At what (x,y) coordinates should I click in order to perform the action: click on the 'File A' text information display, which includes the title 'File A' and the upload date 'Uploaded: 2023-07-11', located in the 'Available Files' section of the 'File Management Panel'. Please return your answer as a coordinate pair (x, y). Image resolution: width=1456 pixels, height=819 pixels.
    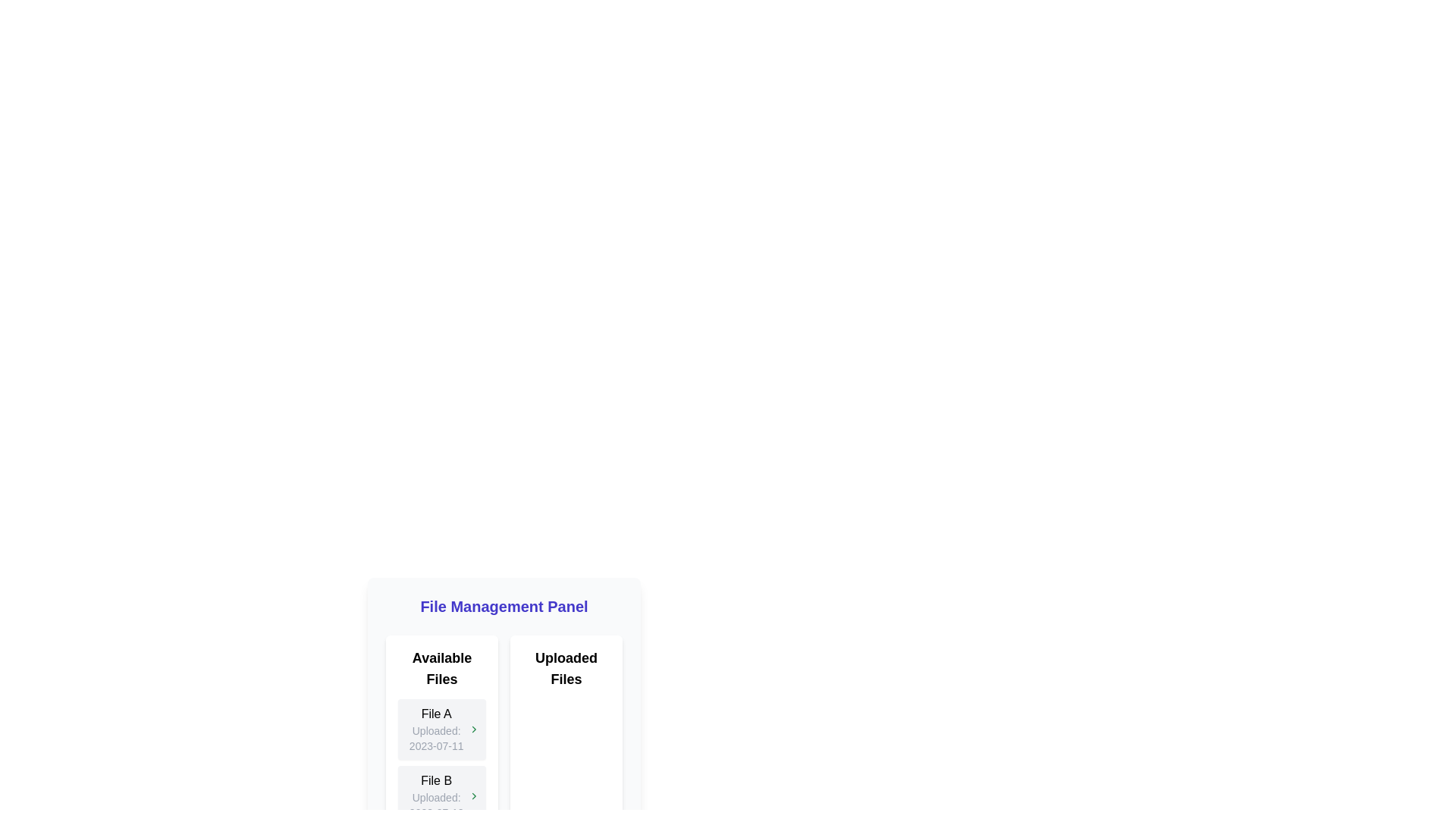
    Looking at the image, I should click on (435, 728).